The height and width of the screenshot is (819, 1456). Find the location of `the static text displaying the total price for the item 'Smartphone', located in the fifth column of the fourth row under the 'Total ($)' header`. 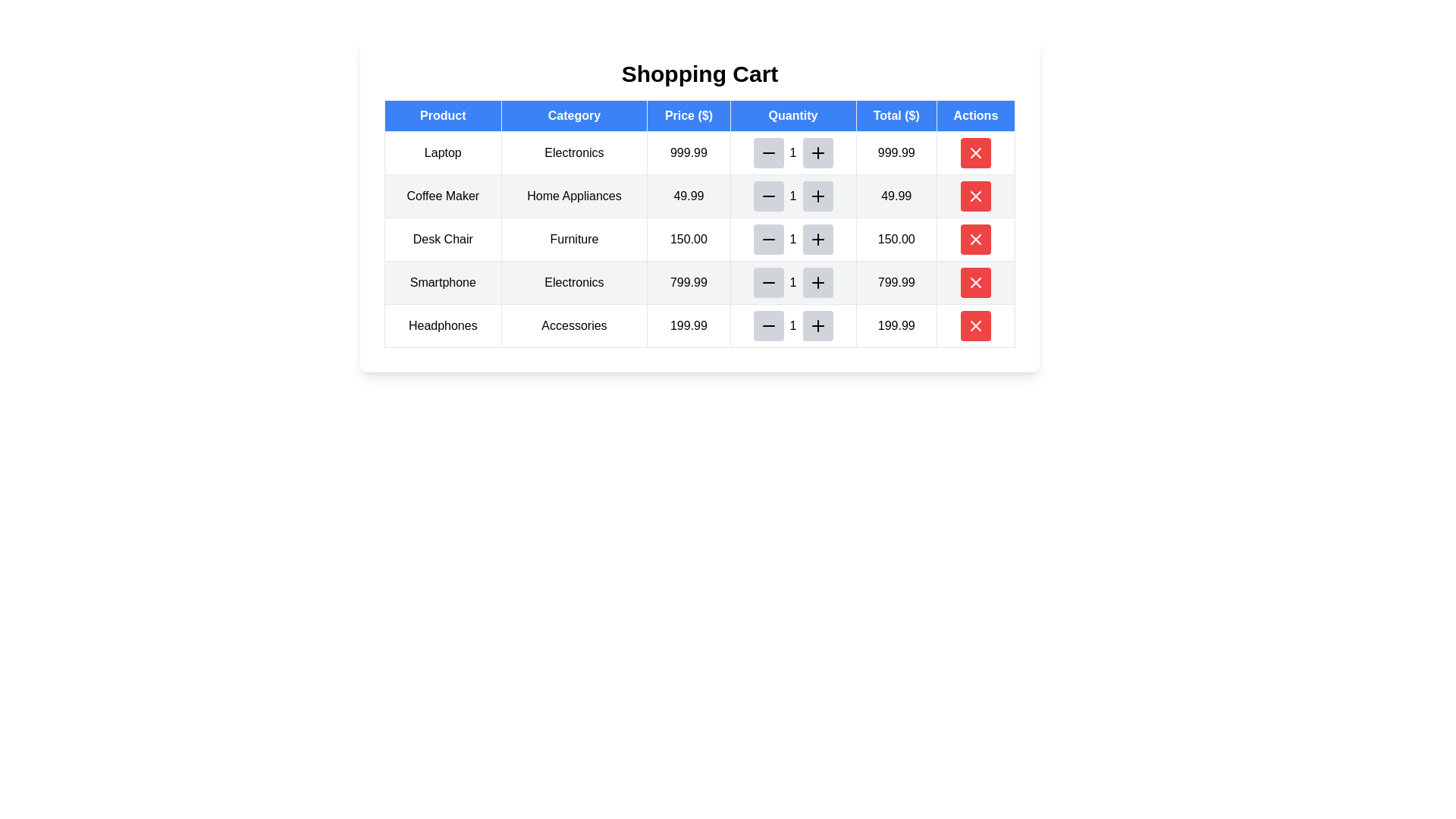

the static text displaying the total price for the item 'Smartphone', located in the fifth column of the fourth row under the 'Total ($)' header is located at coordinates (896, 283).